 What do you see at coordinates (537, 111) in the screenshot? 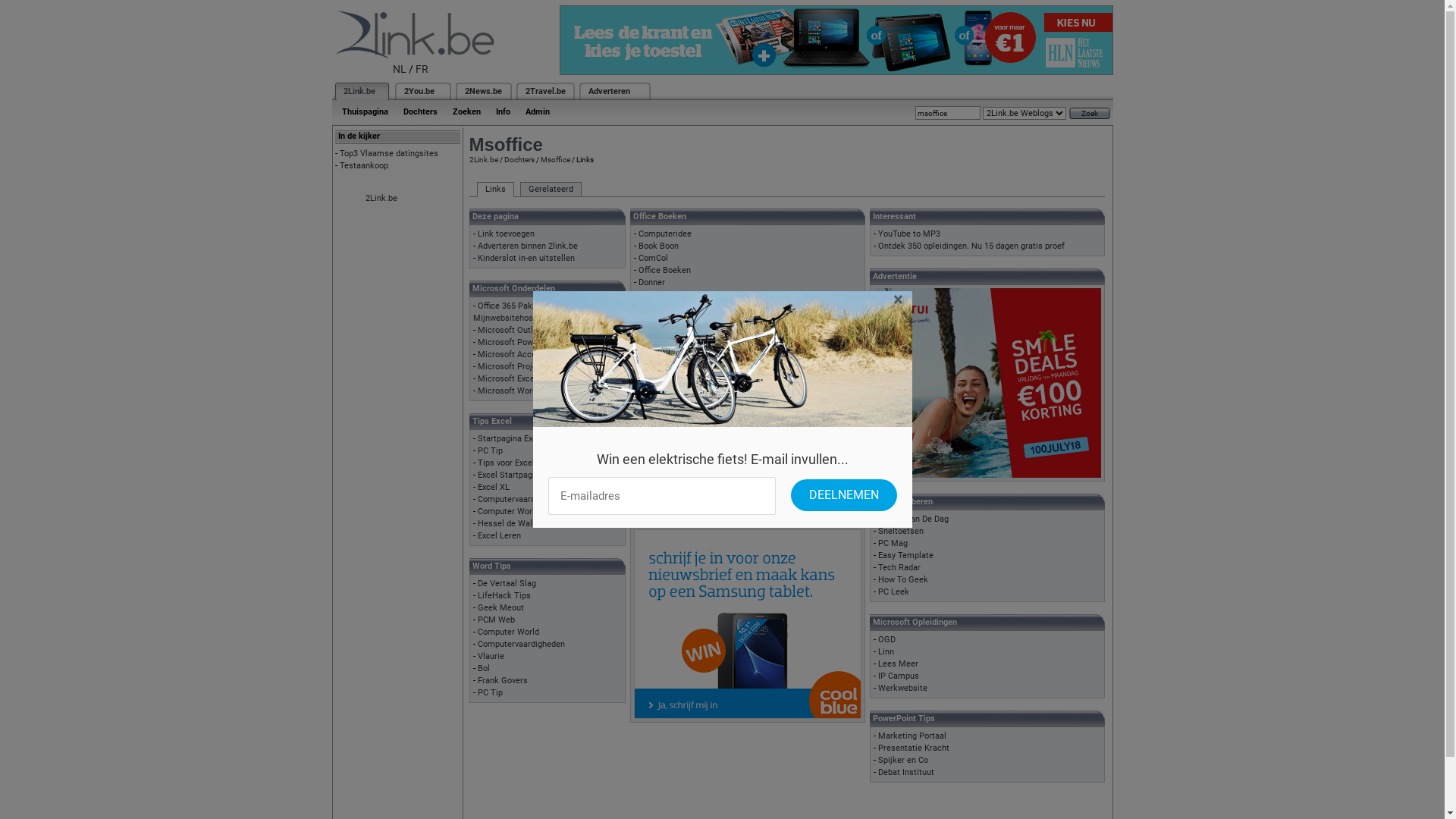
I see `'Admin'` at bounding box center [537, 111].